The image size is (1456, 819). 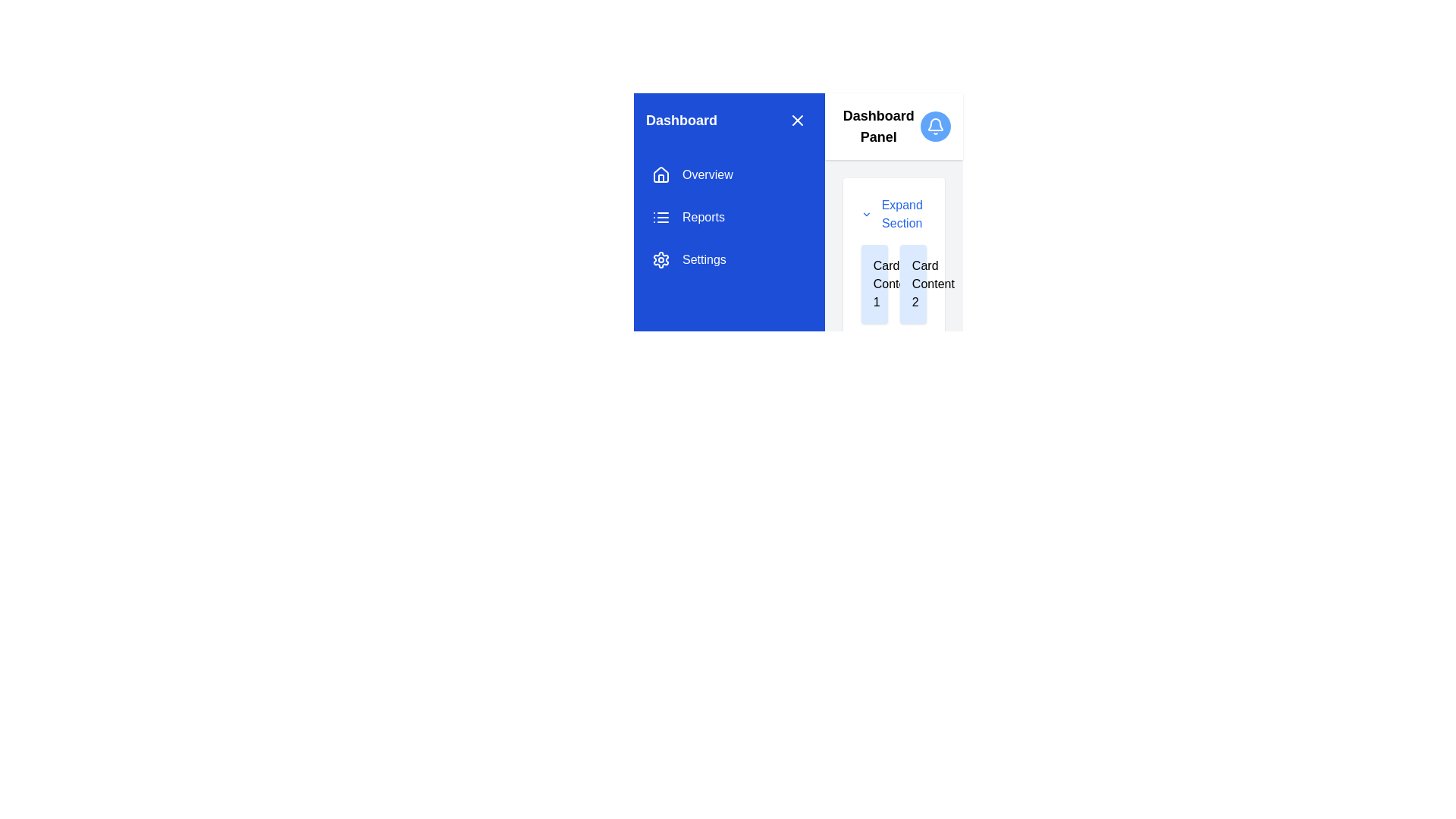 I want to click on the 'Reports' menu item represented by an icon of three horizontal lines with a white stroke on a blue background, located in the sidebar navigation menu, so click(x=661, y=217).